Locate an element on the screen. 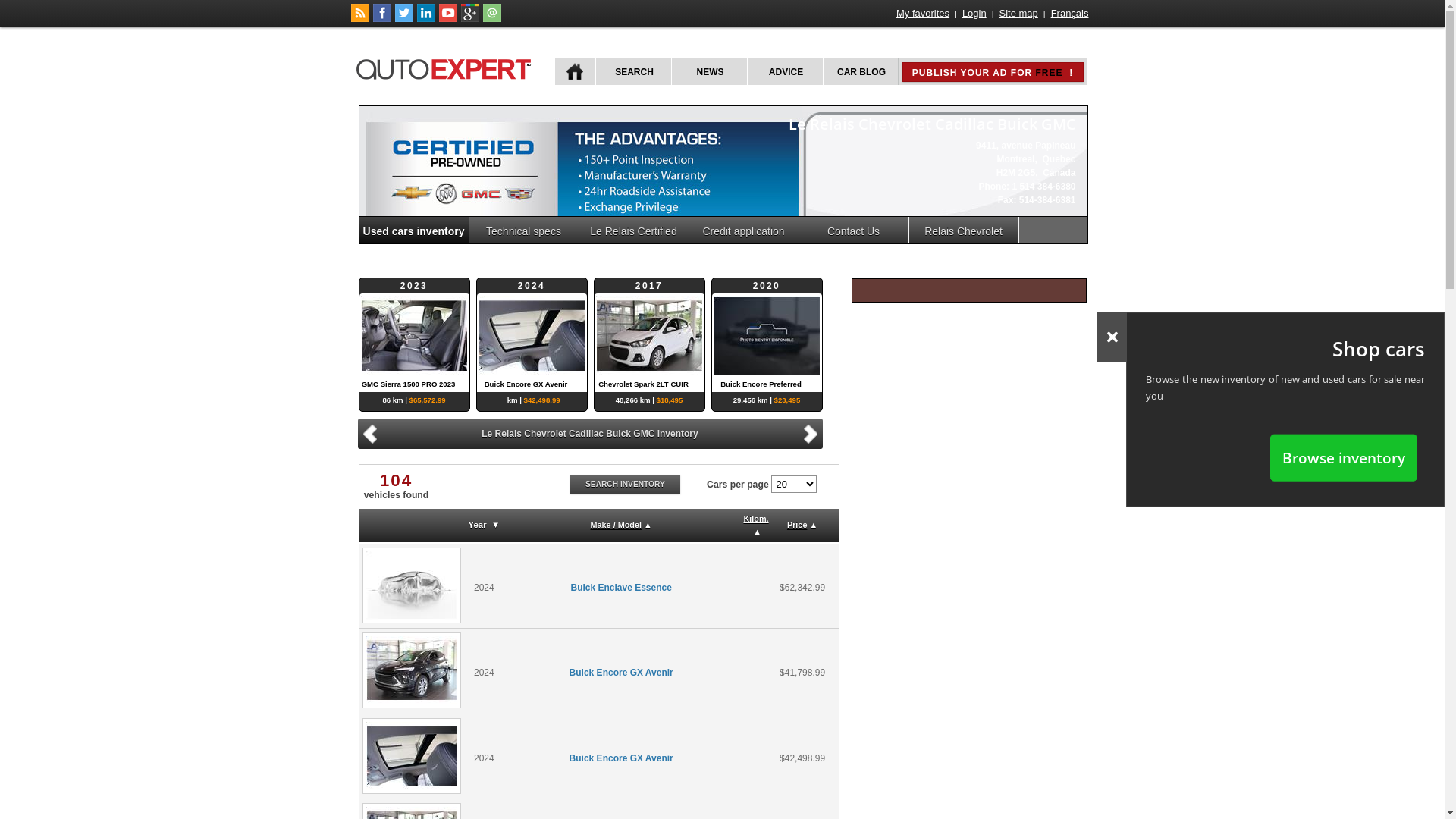 This screenshot has width=1456, height=819. 'Follow autoExpert.ca on Facebook' is located at coordinates (372, 18).